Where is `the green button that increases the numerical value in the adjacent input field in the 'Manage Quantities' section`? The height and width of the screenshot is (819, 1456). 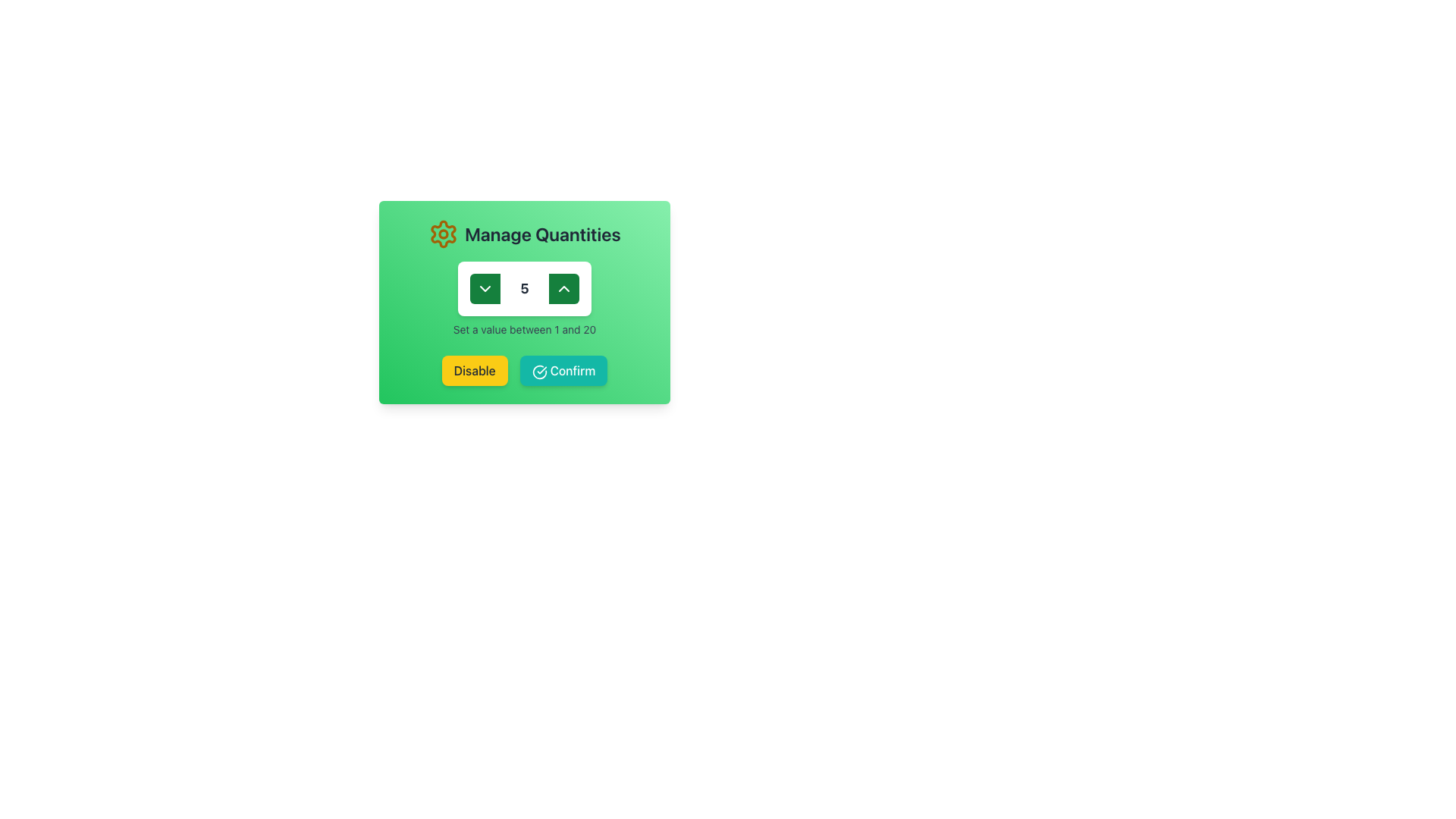 the green button that increases the numerical value in the adjacent input field in the 'Manage Quantities' section is located at coordinates (563, 289).